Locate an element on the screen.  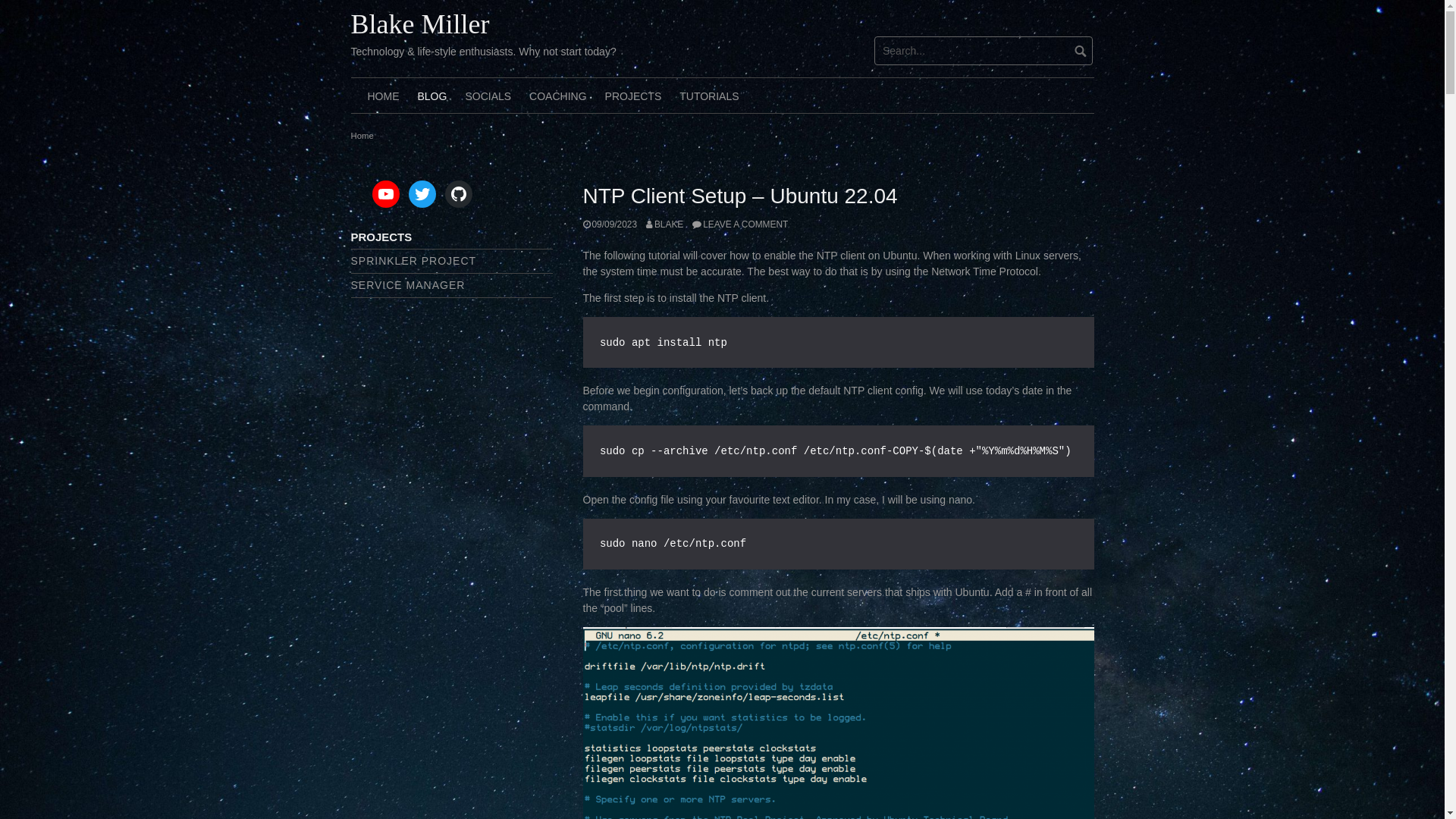
'SPRINKLER PROJECT' is located at coordinates (413, 259).